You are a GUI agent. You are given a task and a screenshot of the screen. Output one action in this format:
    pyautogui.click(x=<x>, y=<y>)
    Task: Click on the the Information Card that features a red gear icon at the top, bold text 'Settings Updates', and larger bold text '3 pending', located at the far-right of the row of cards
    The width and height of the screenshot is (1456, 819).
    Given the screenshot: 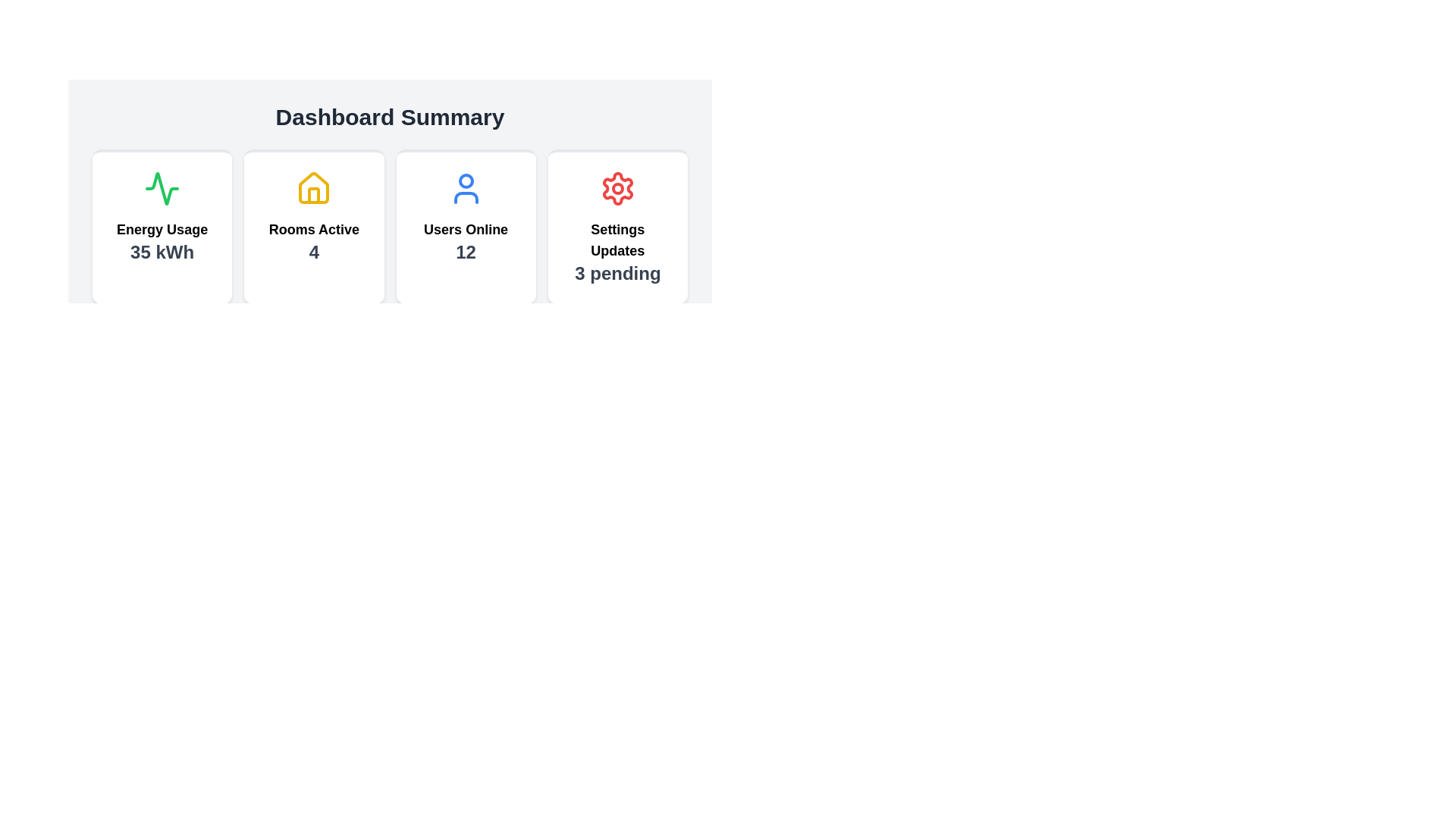 What is the action you would take?
    pyautogui.click(x=617, y=227)
    